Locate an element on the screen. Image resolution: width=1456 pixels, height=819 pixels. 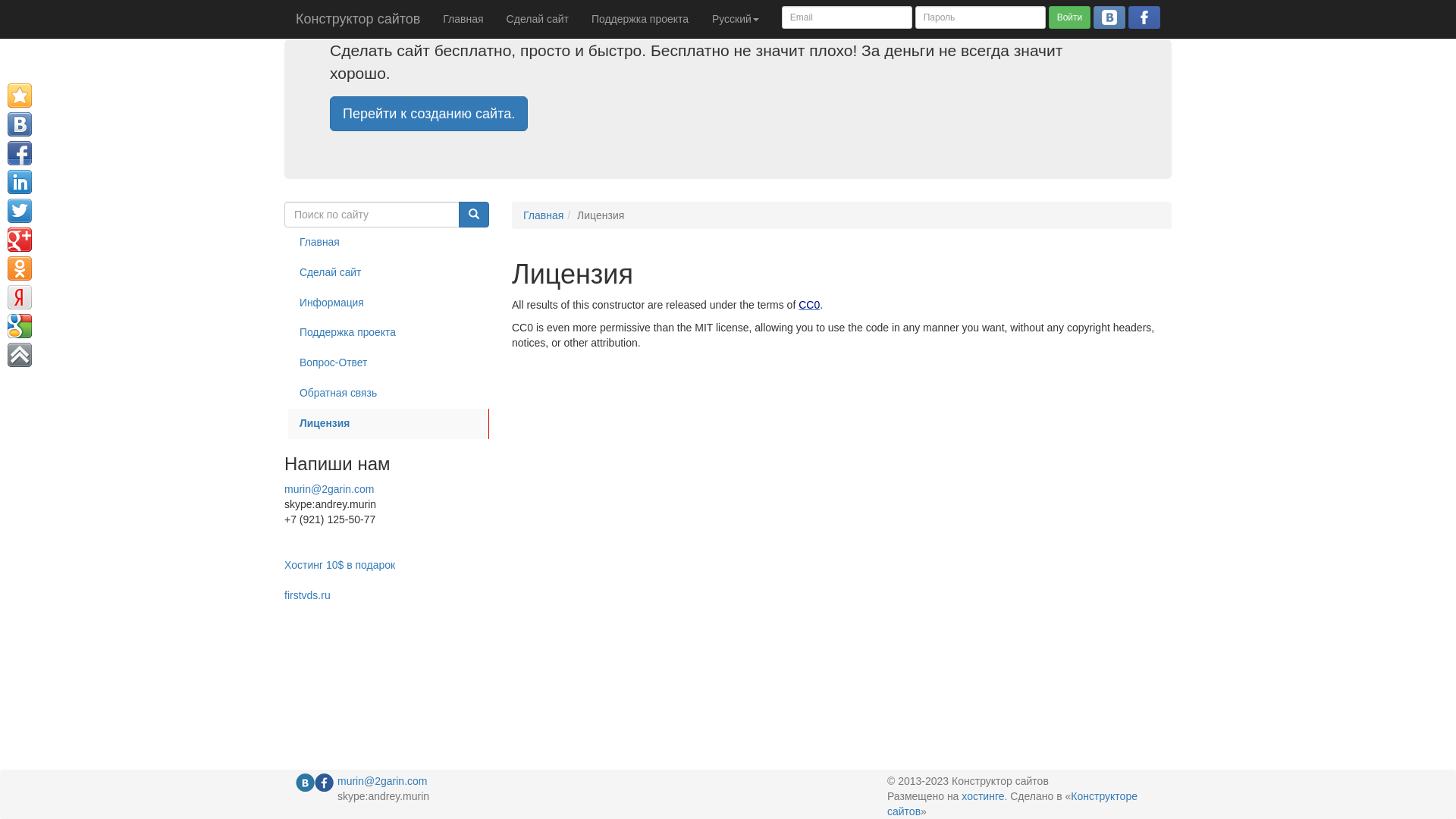
'firstvds.ru' is located at coordinates (306, 595).